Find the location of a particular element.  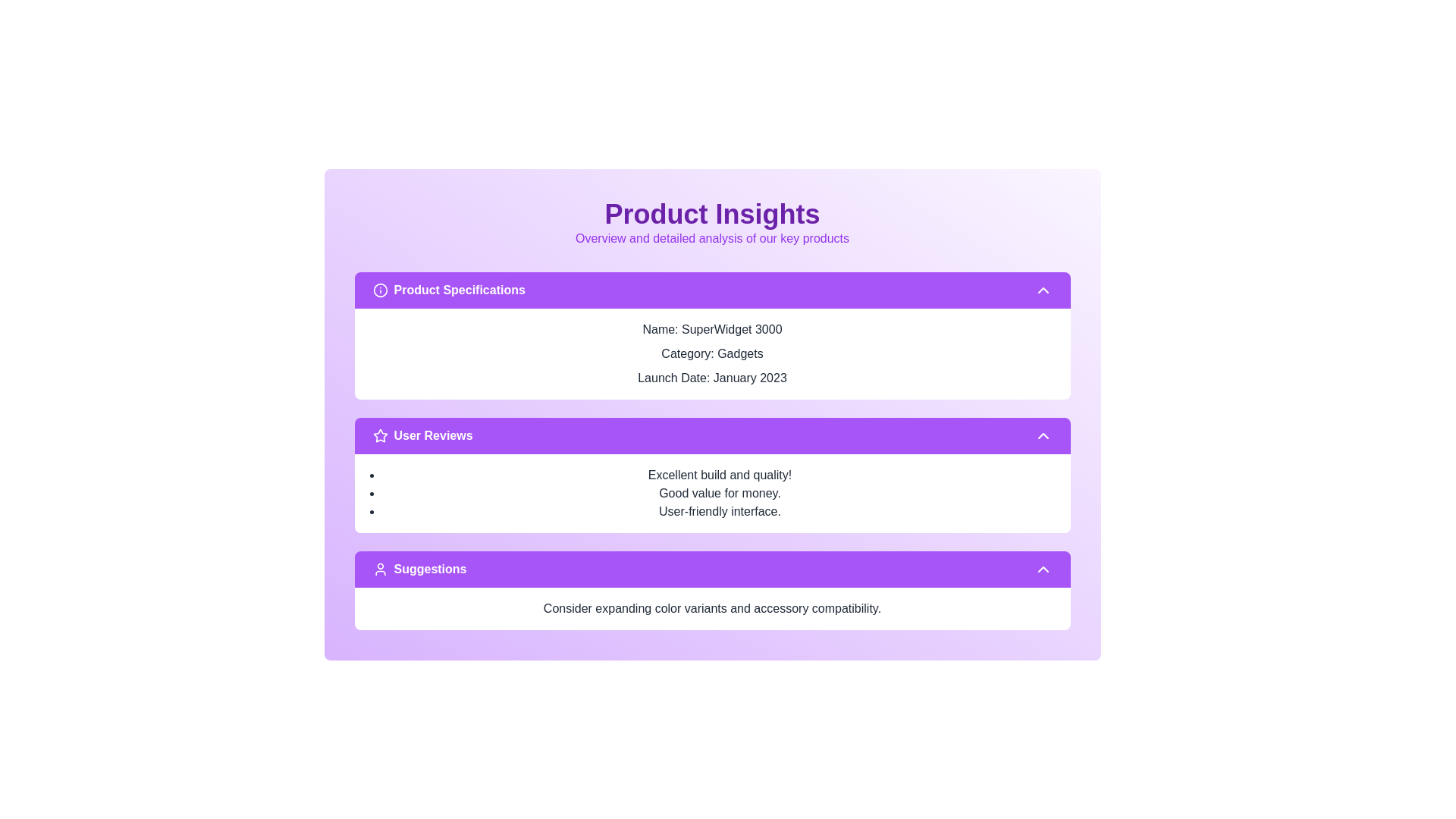

the text element displaying 'Good value for money.' which is the second item in the bulleted list under the 'User Reviews' section is located at coordinates (719, 494).